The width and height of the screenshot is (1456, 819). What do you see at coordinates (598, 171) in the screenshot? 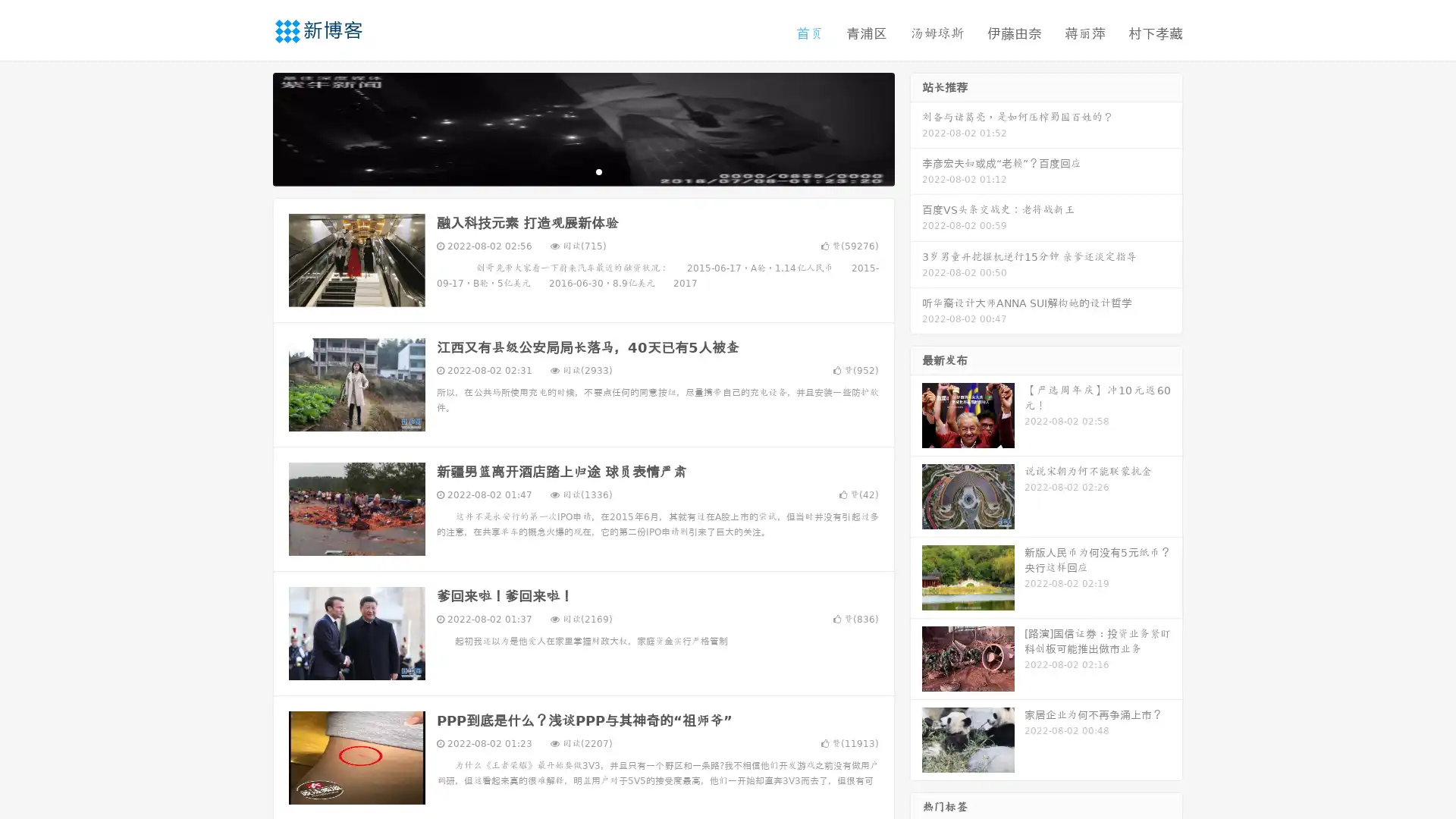
I see `Go to slide 3` at bounding box center [598, 171].